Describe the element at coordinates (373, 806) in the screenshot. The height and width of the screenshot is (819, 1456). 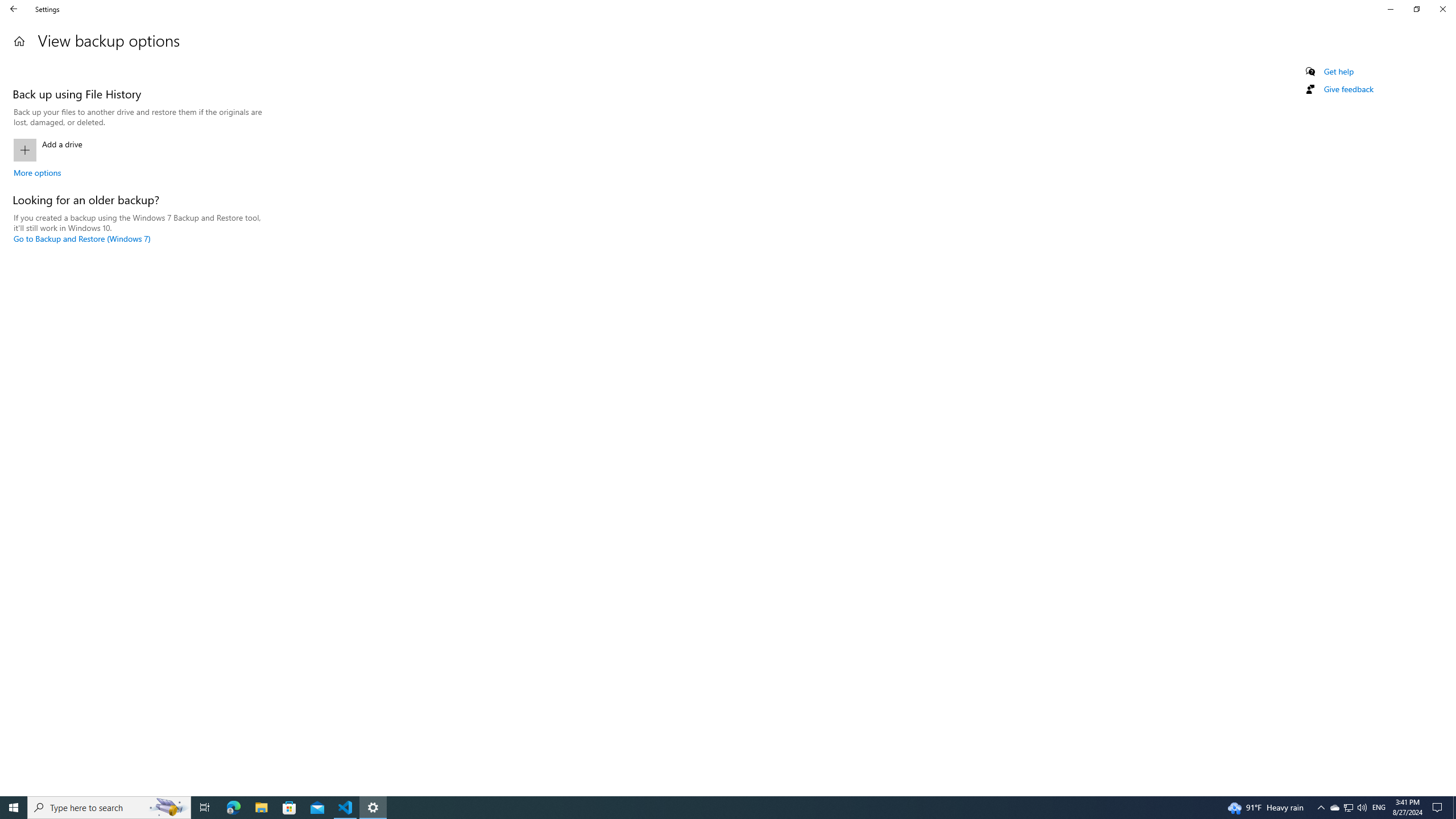
I see `'Settings - 1 running window'` at that location.